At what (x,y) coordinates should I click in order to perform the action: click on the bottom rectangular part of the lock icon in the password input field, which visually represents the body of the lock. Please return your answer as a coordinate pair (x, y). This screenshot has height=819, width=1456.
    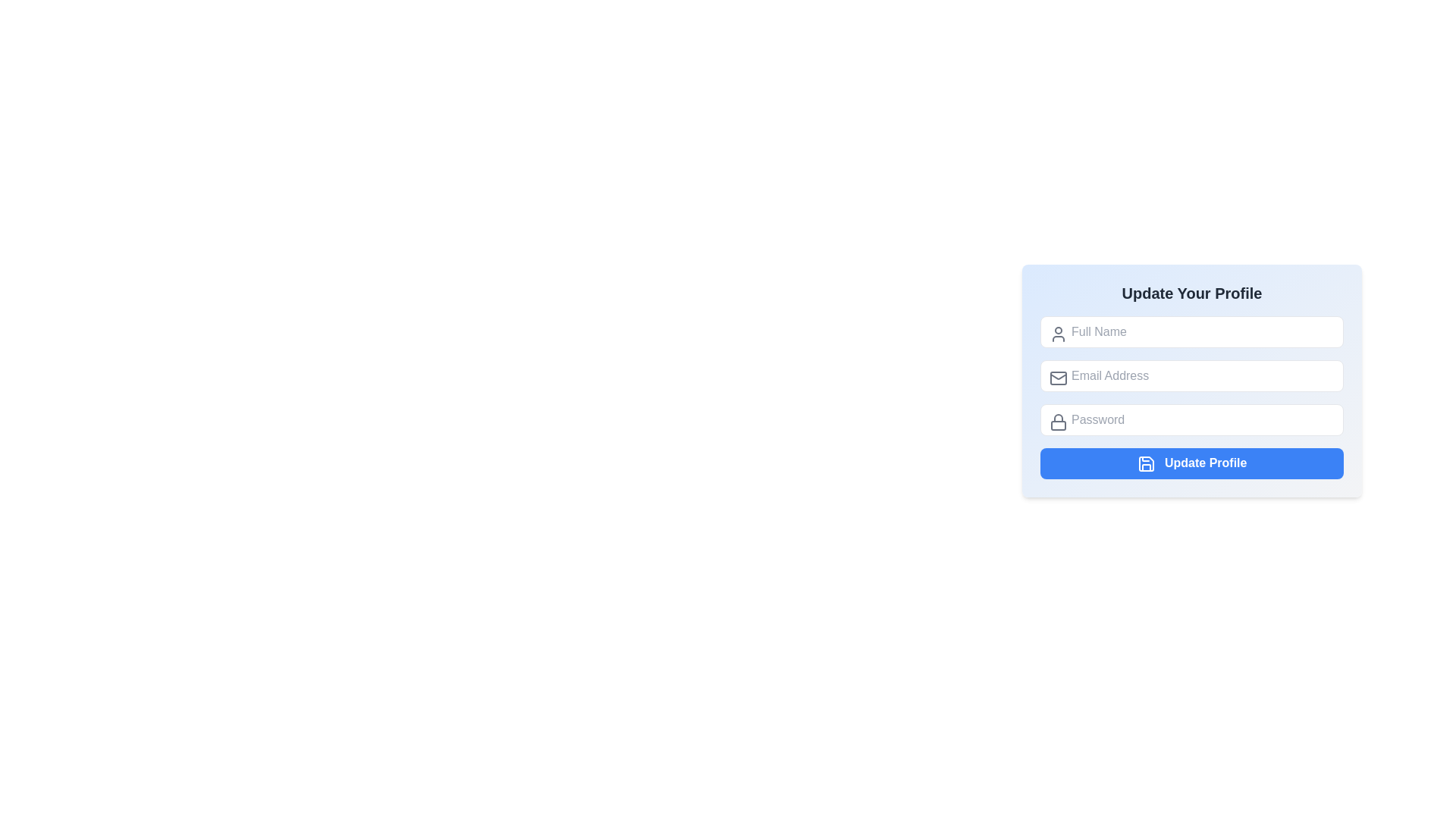
    Looking at the image, I should click on (1058, 425).